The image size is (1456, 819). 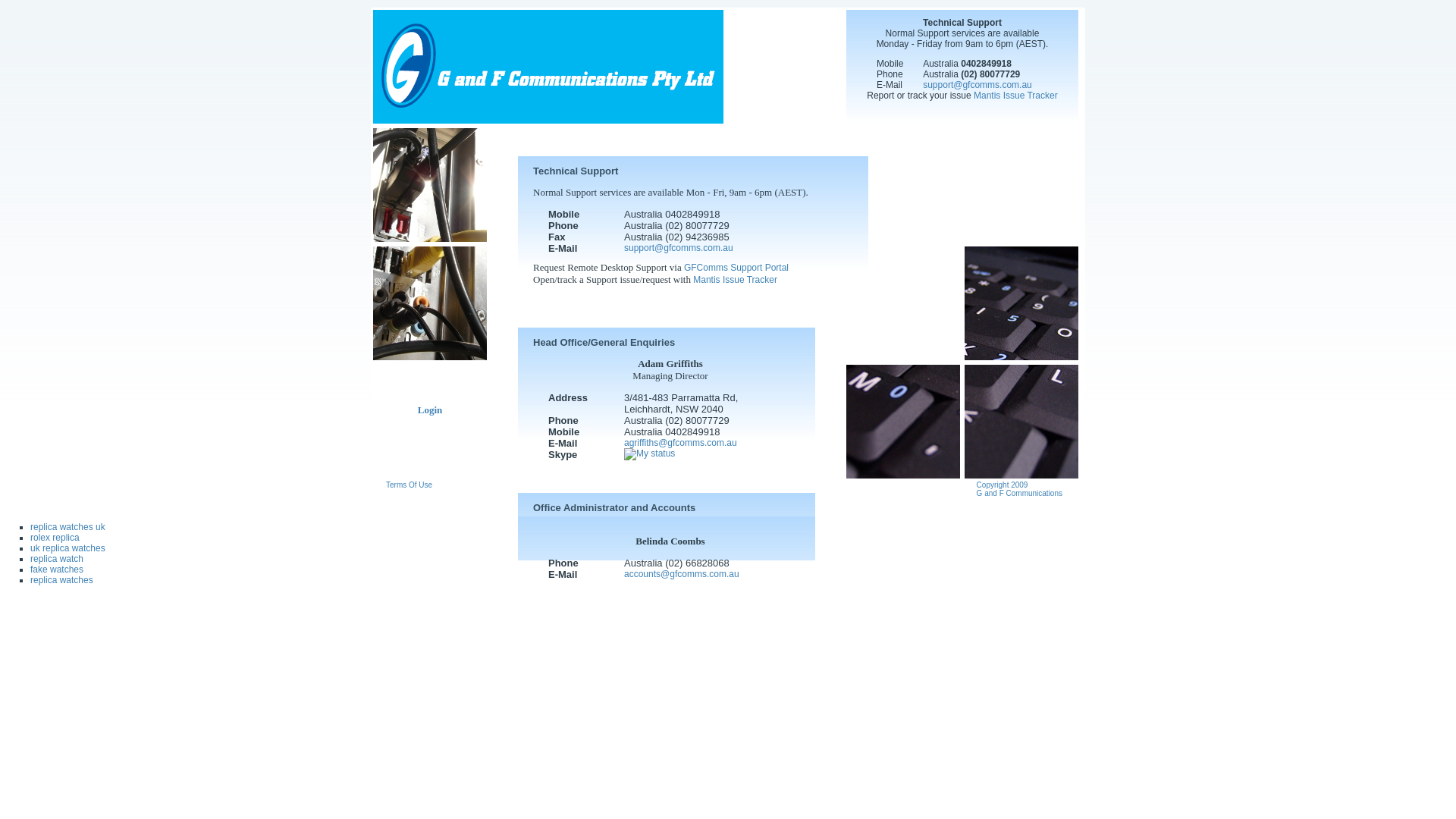 I want to click on 'fake watches', so click(x=57, y=570).